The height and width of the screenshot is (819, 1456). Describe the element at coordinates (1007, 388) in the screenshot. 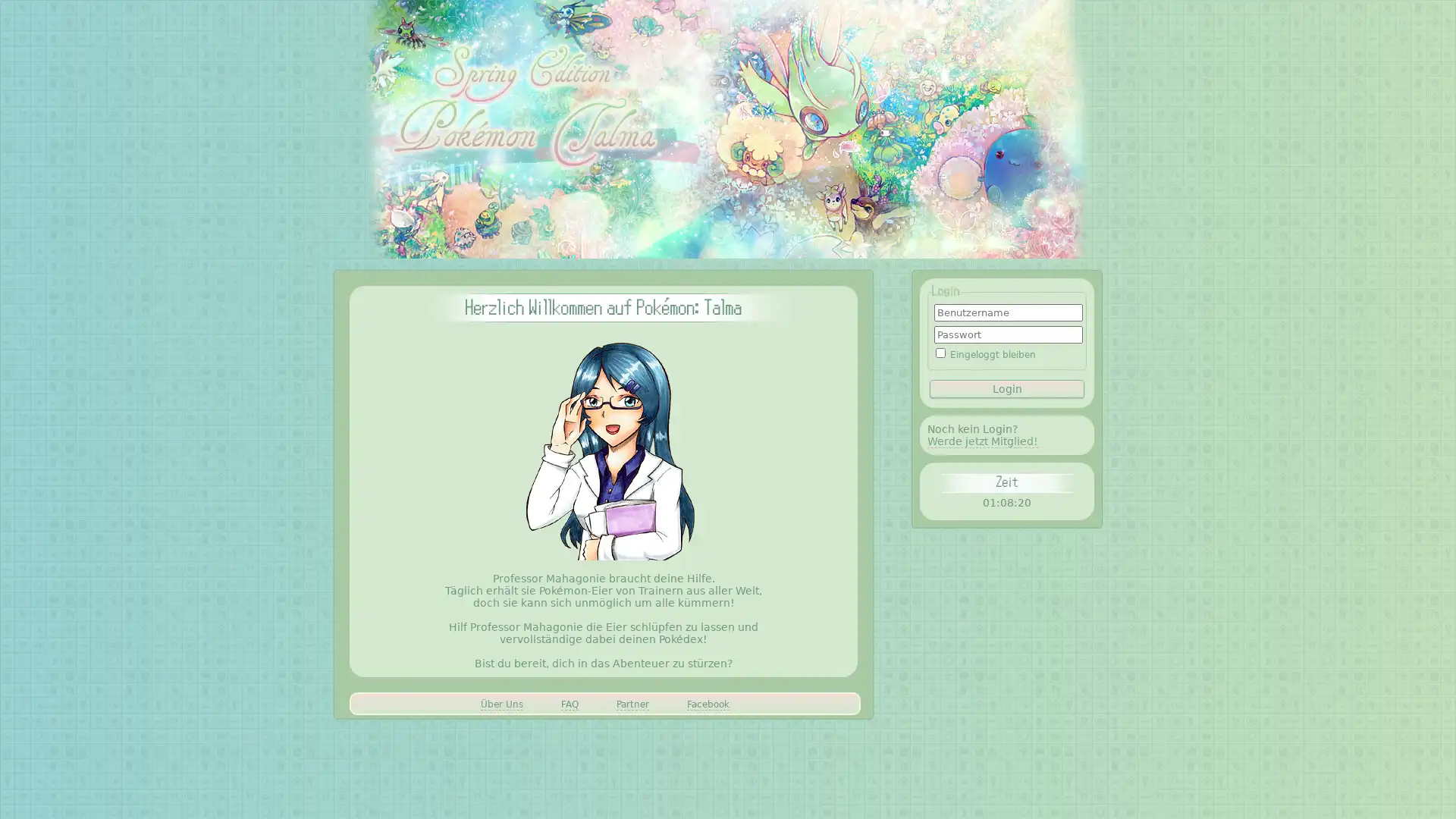

I see `Login` at that location.